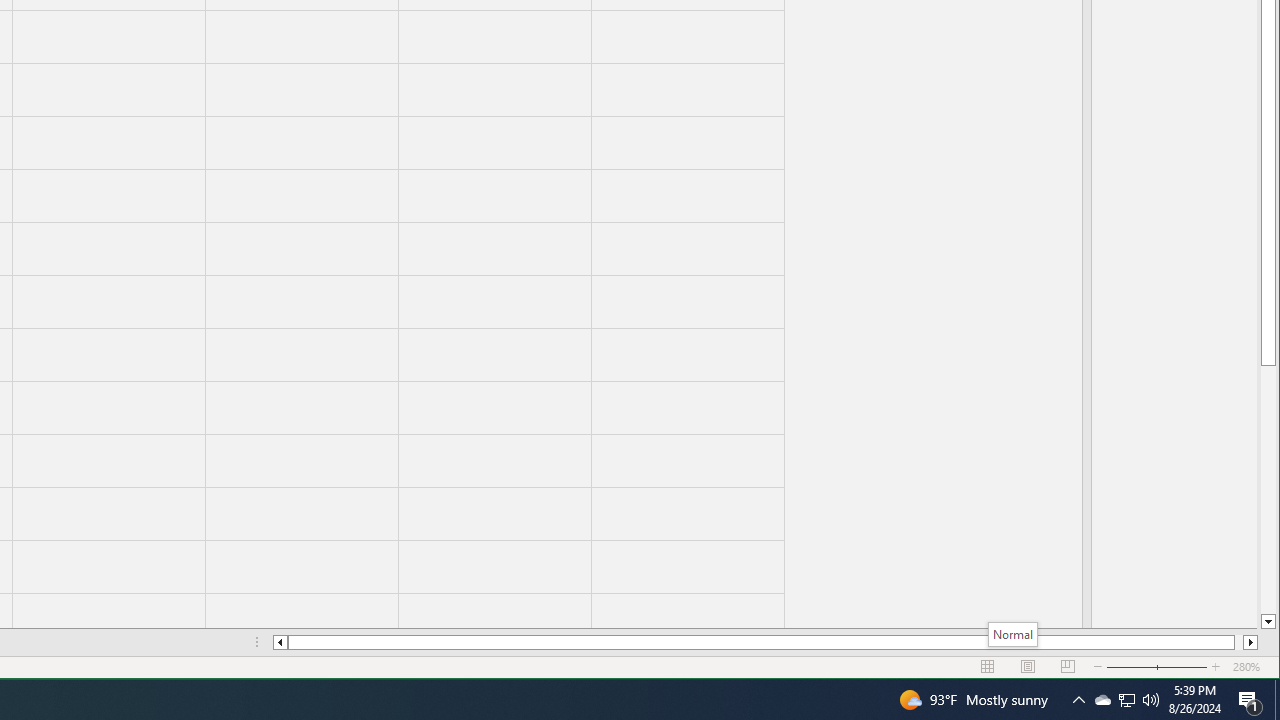 Image resolution: width=1280 pixels, height=720 pixels. I want to click on 'Action Center, 1 new notification', so click(1250, 698).